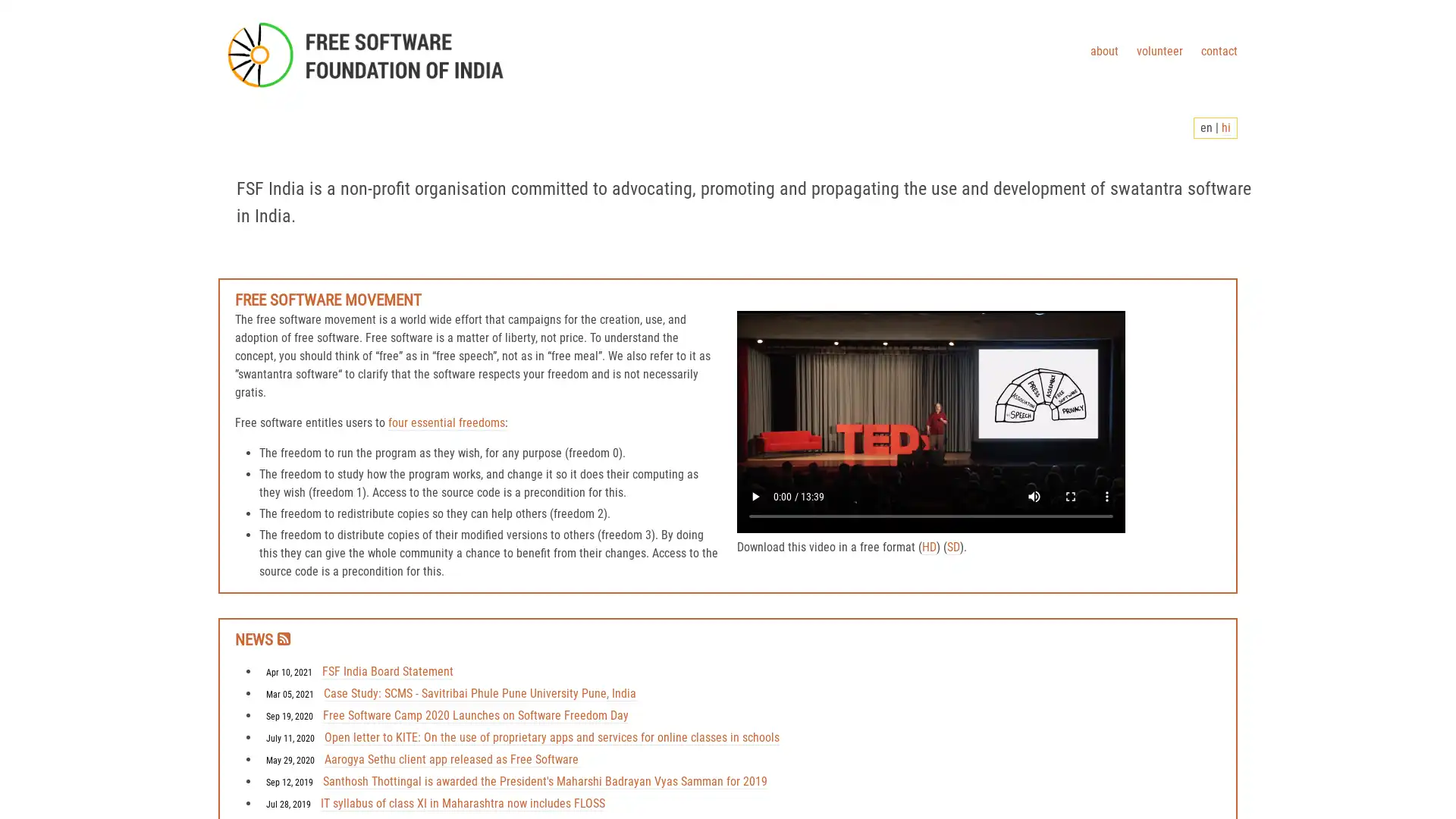  I want to click on enter full screen, so click(1069, 497).